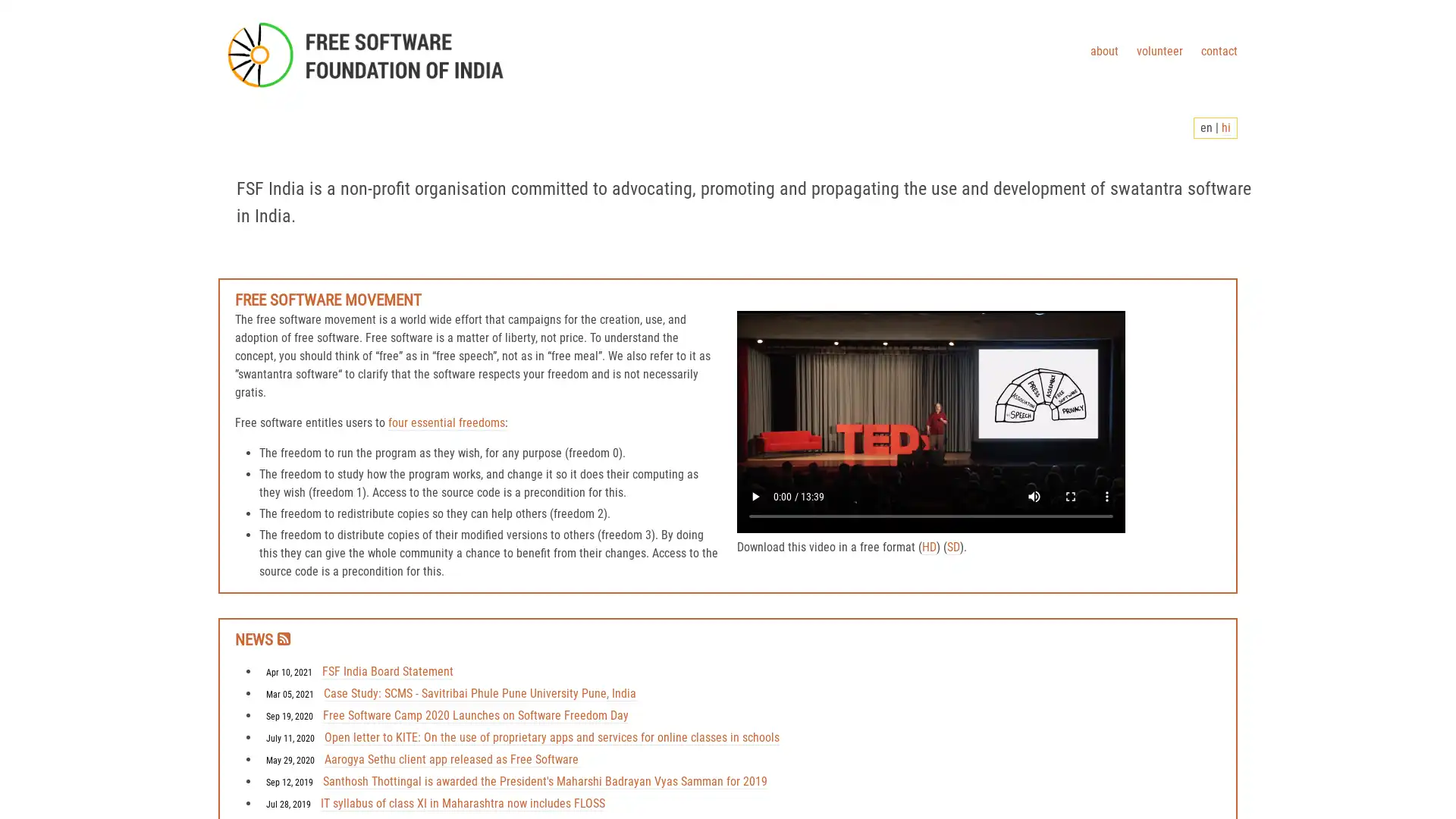  I want to click on enter full screen, so click(1069, 497).